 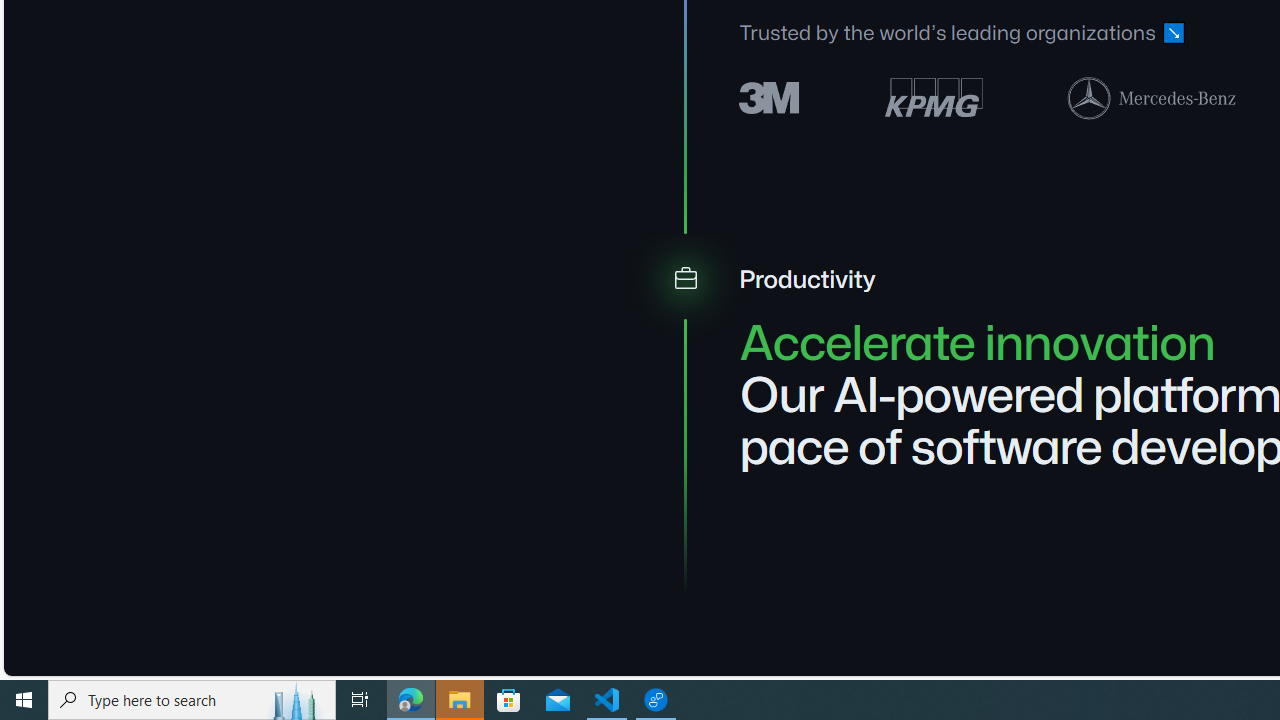 What do you see at coordinates (768, 97) in the screenshot?
I see `'3M logo'` at bounding box center [768, 97].